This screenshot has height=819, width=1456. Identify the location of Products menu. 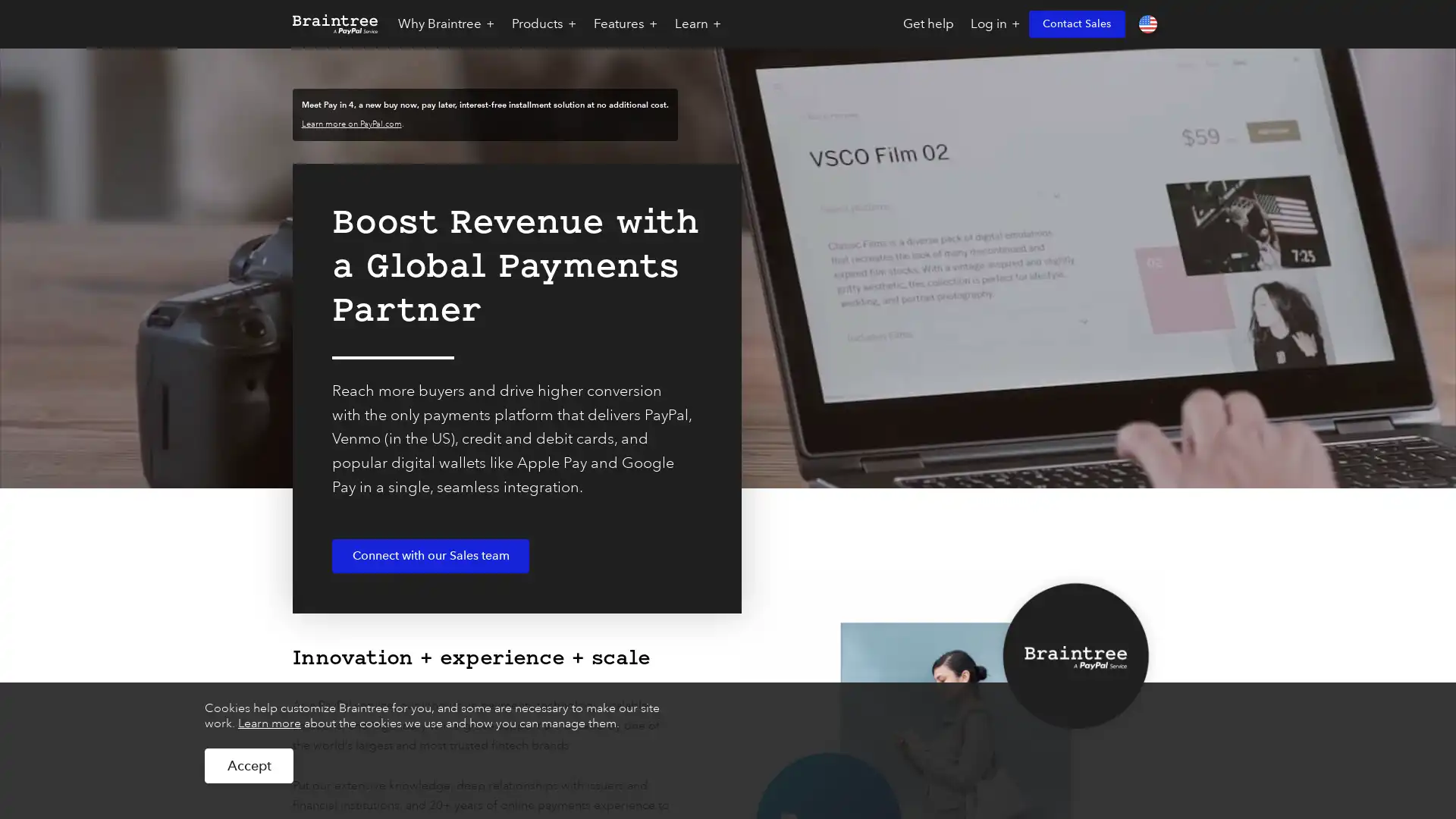
(543, 24).